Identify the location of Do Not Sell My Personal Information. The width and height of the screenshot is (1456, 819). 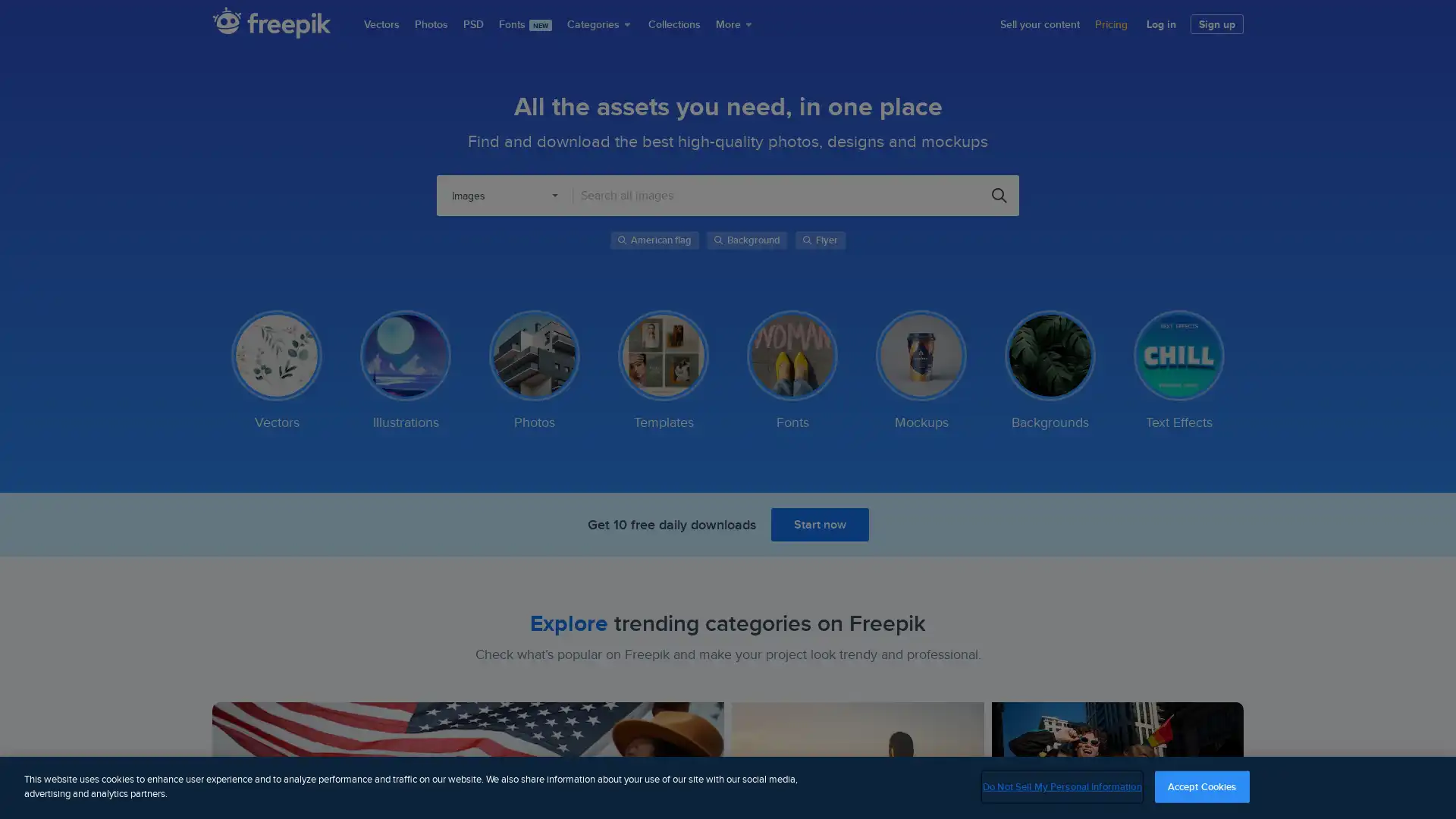
(1061, 786).